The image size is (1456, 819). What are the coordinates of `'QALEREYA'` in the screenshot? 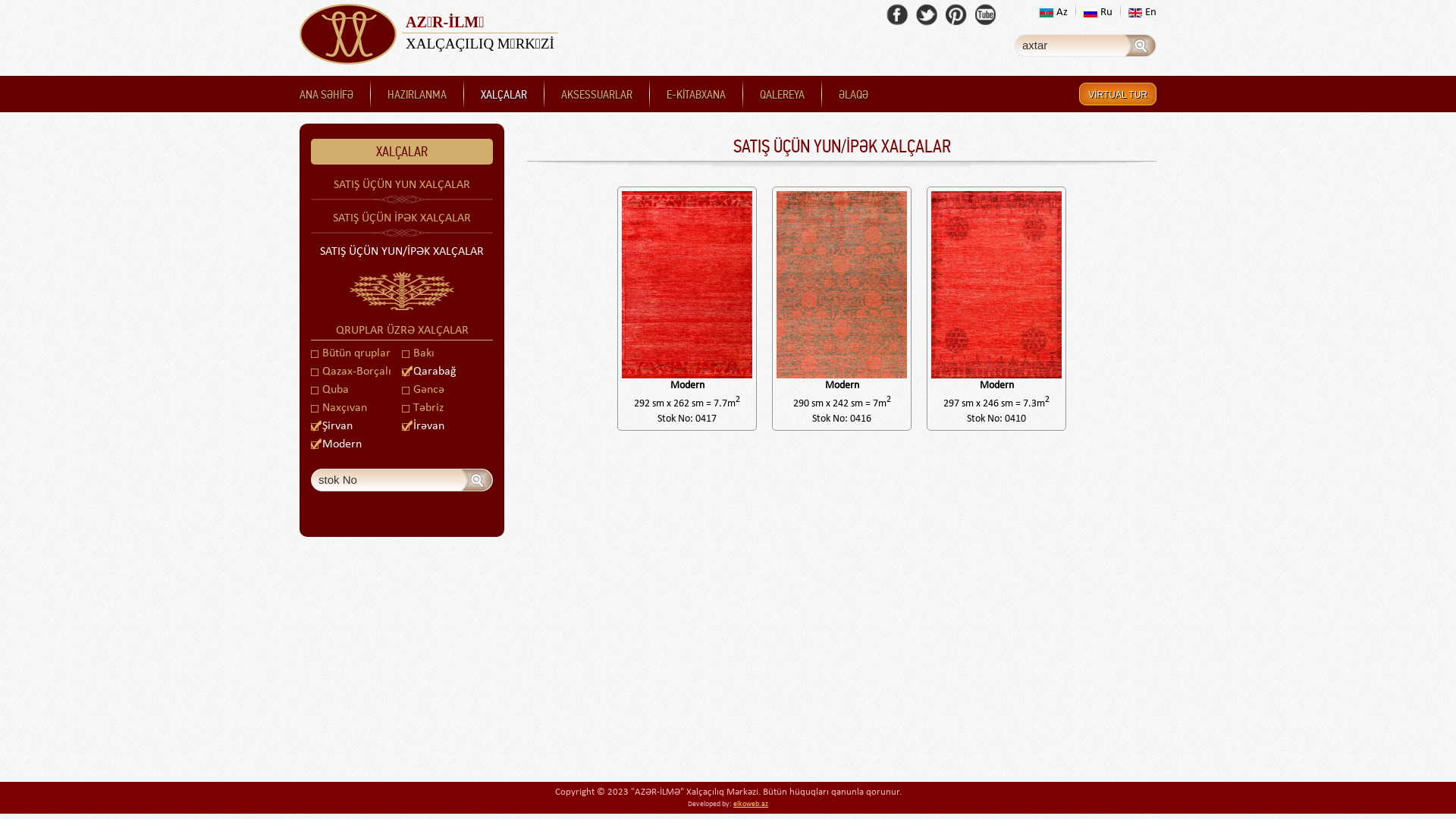 It's located at (782, 94).